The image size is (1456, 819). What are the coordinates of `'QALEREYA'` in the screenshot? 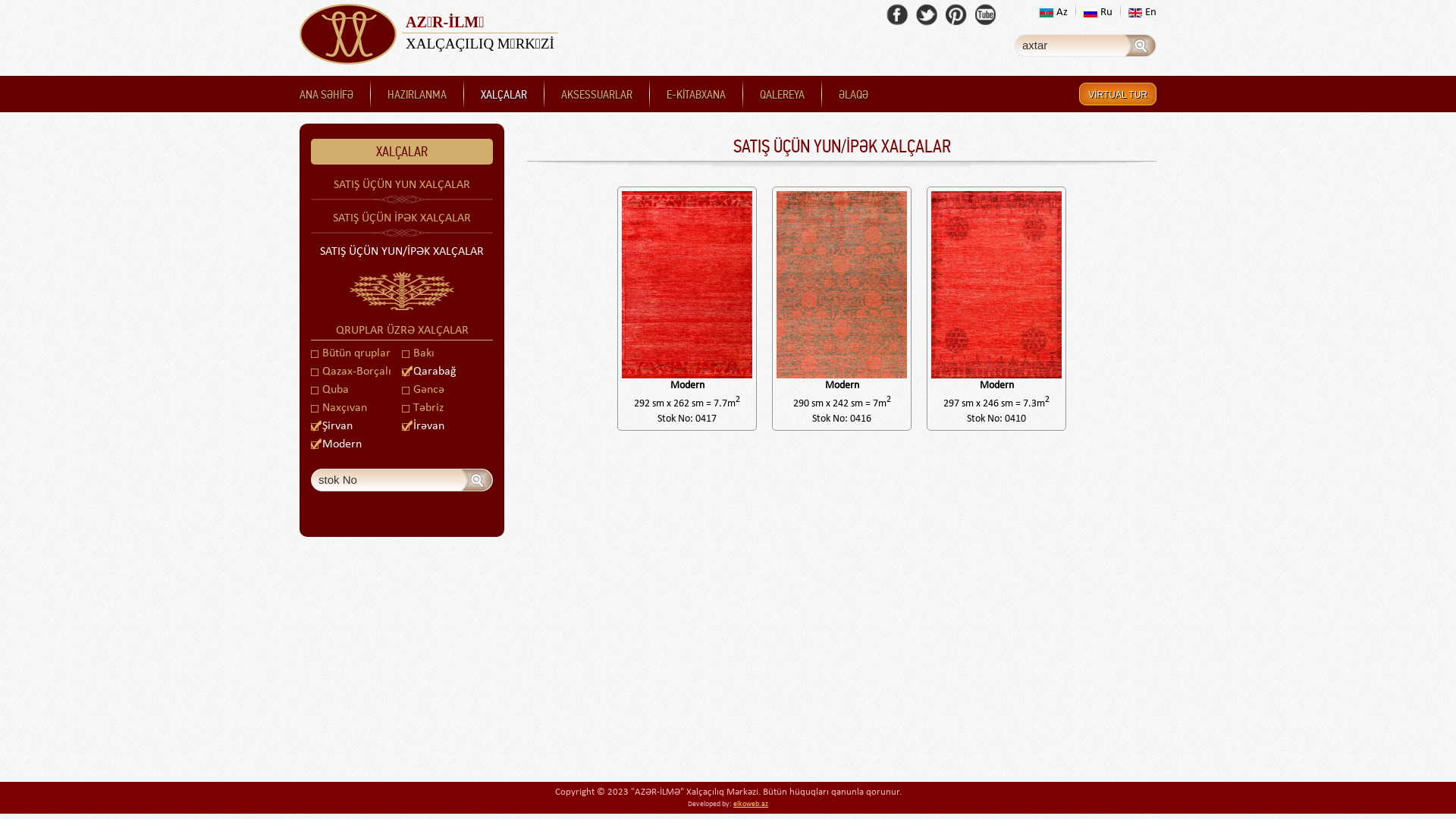 It's located at (782, 94).